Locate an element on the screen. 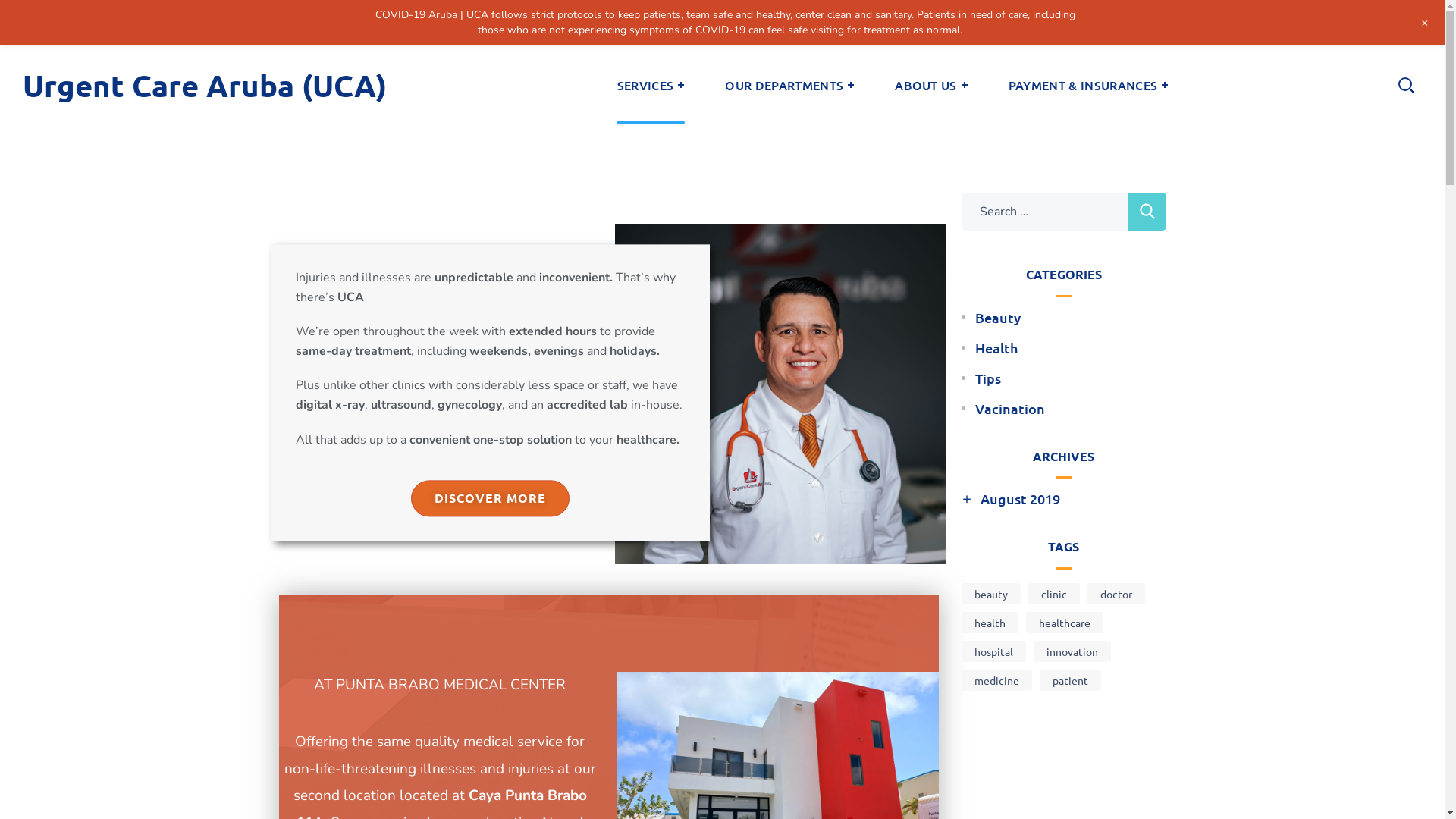  'hospital' is located at coordinates (960, 651).